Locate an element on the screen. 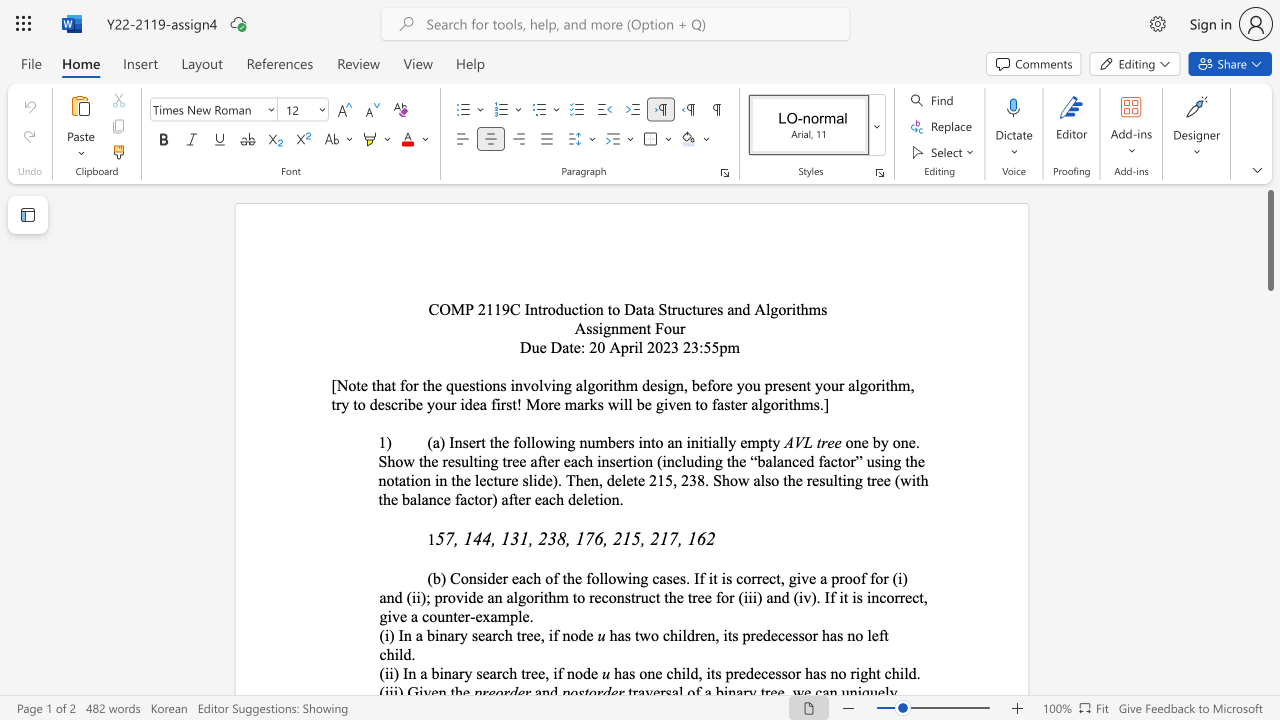  the vertical scrollbar to lower the page content is located at coordinates (1269, 480).